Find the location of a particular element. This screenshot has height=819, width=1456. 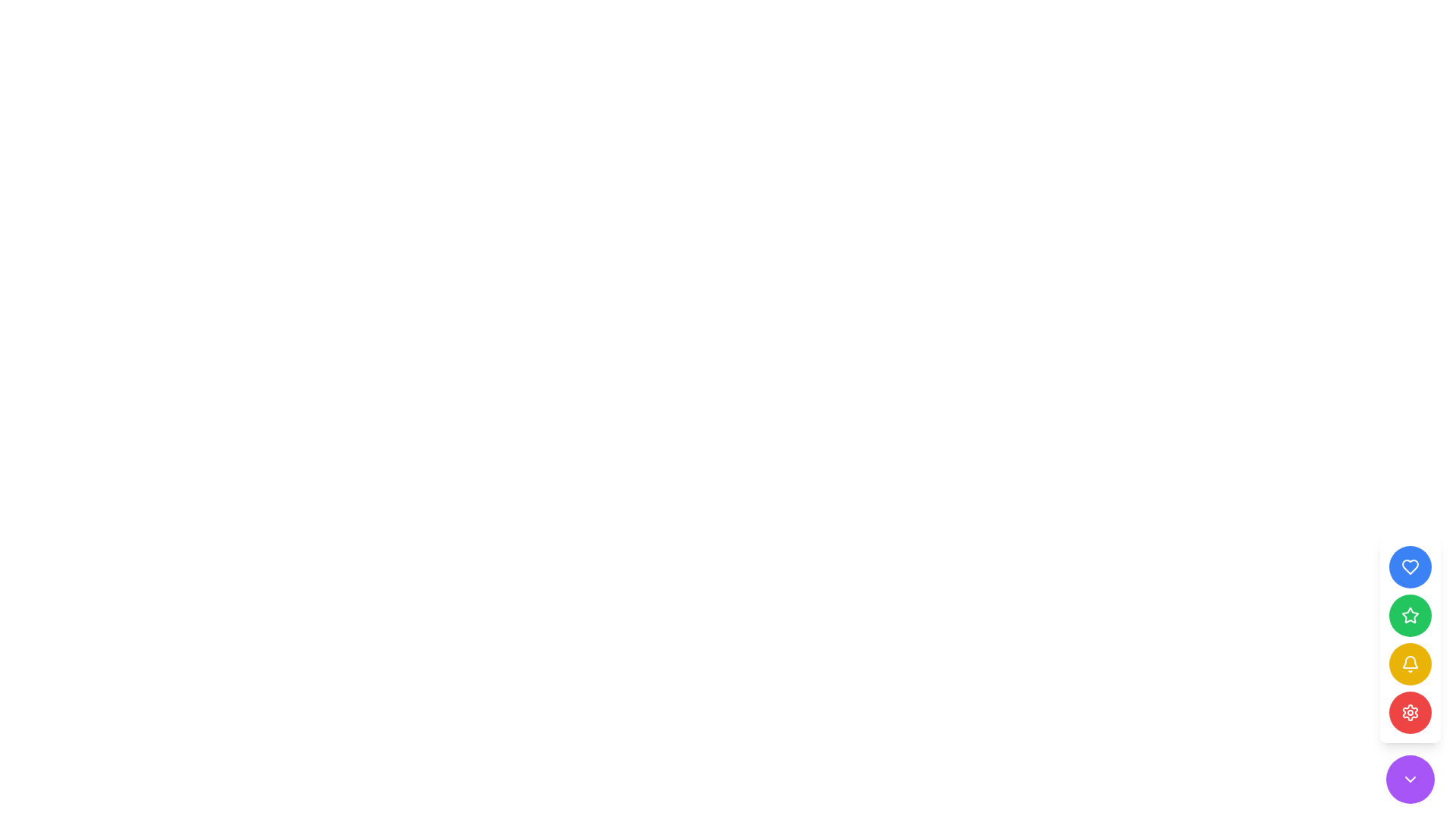

the notification button with a bell icon located in the lower-right section of the interface to trigger visual feedback is located at coordinates (1410, 663).